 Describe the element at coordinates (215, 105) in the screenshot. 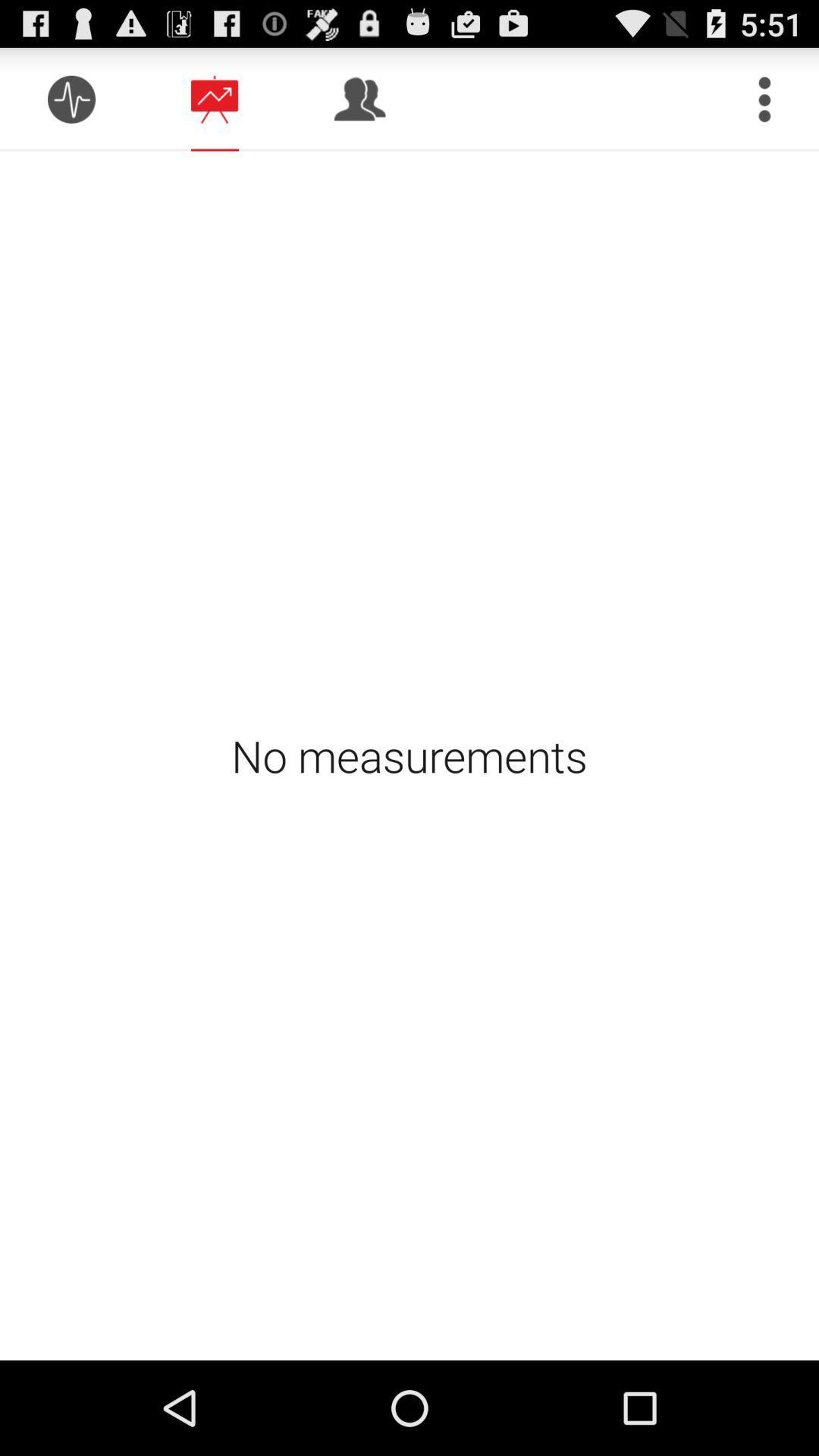

I see `the chat icon` at that location.